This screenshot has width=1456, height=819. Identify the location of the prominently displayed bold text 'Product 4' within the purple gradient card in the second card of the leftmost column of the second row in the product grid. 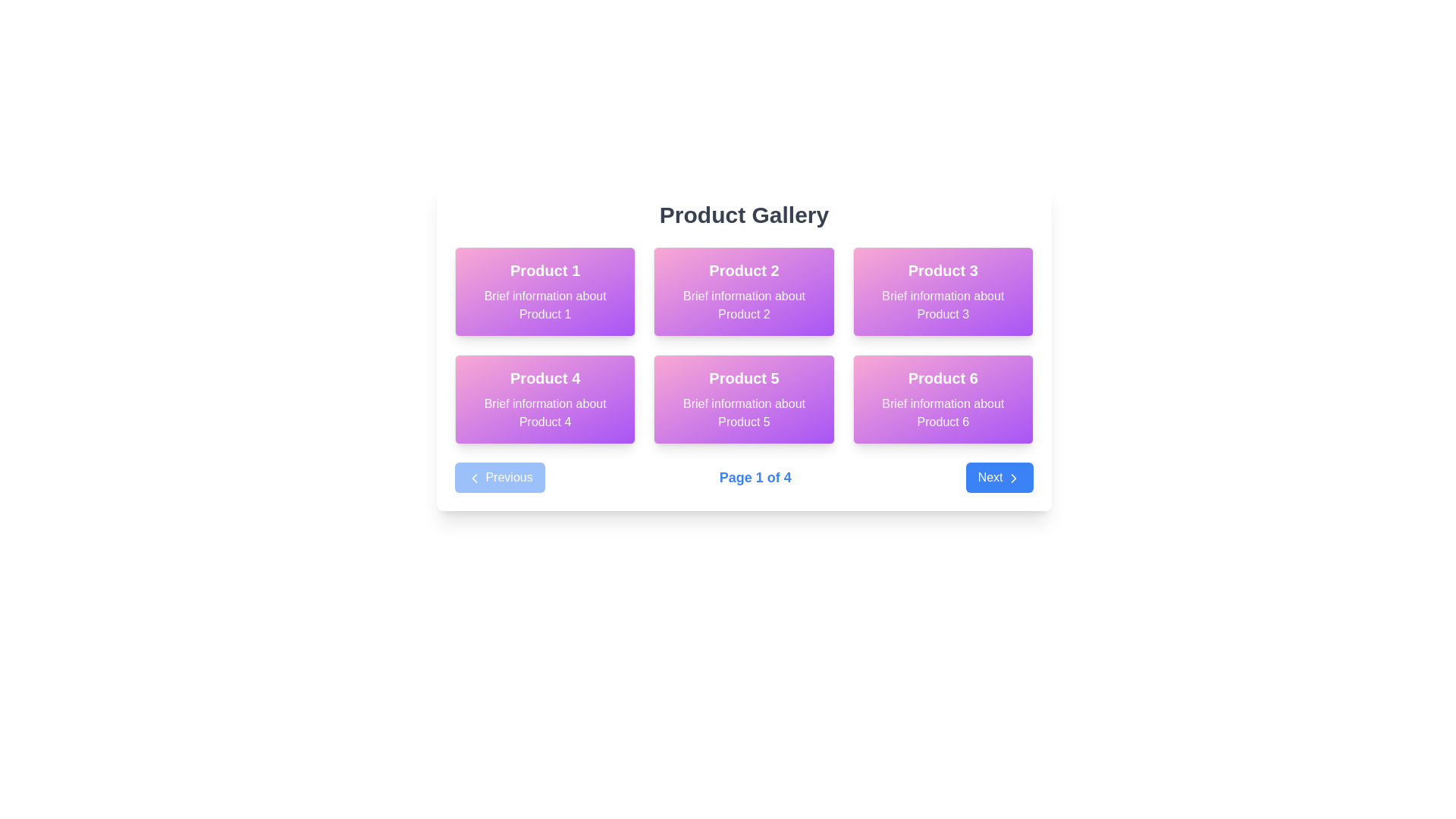
(545, 377).